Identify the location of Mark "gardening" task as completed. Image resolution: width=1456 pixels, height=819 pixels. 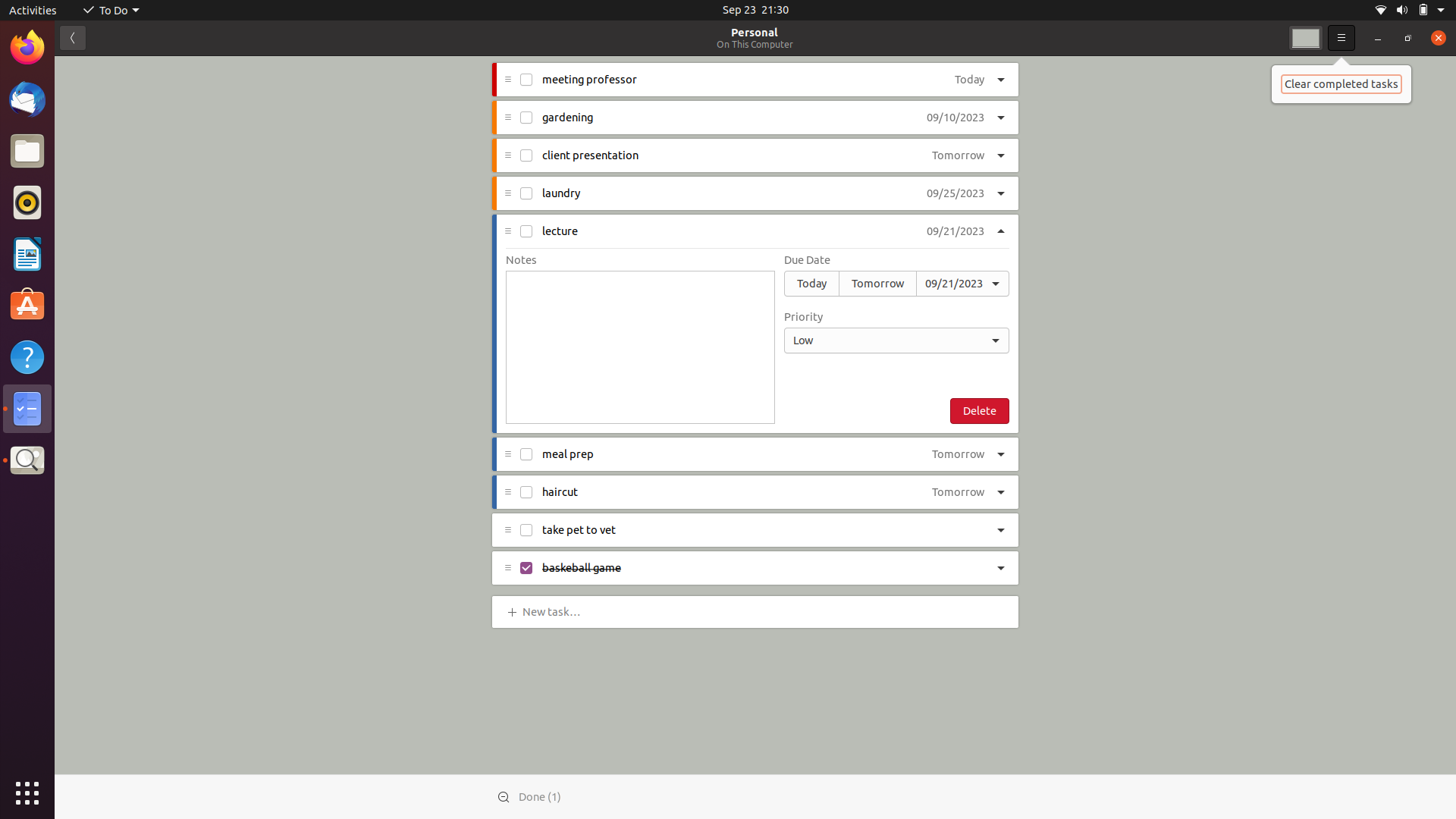
(526, 117).